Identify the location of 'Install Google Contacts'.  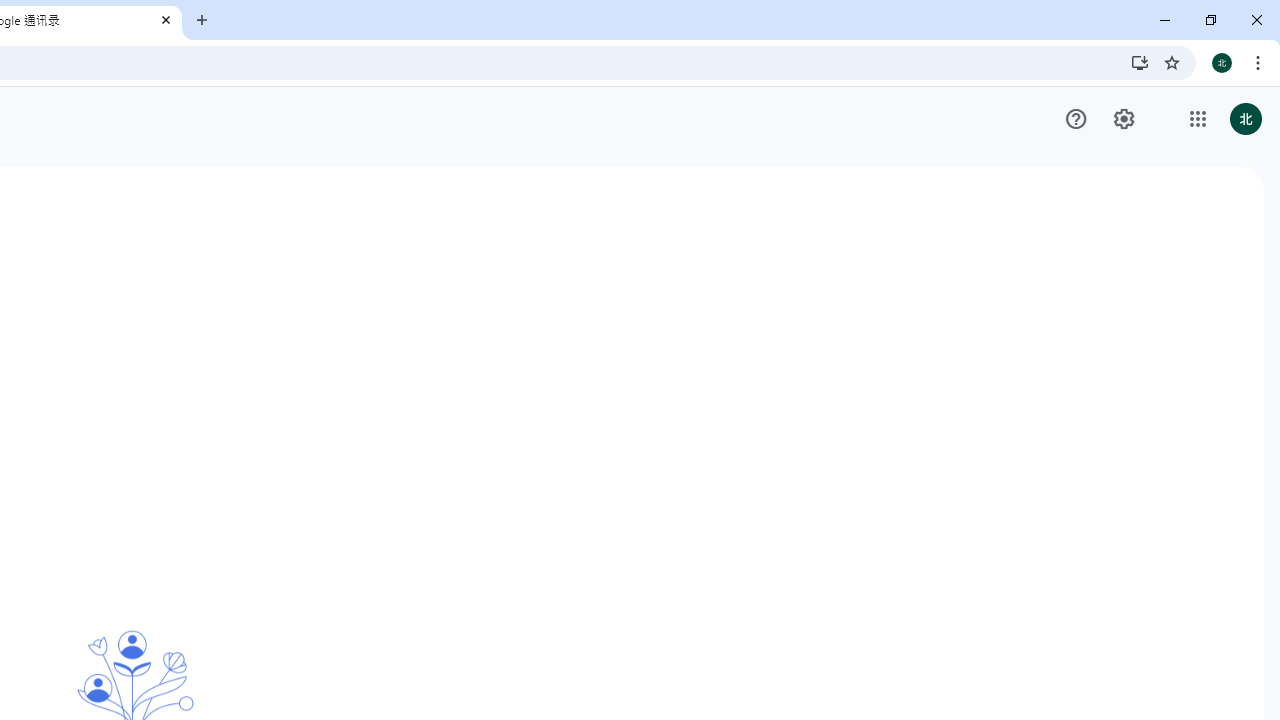
(1139, 61).